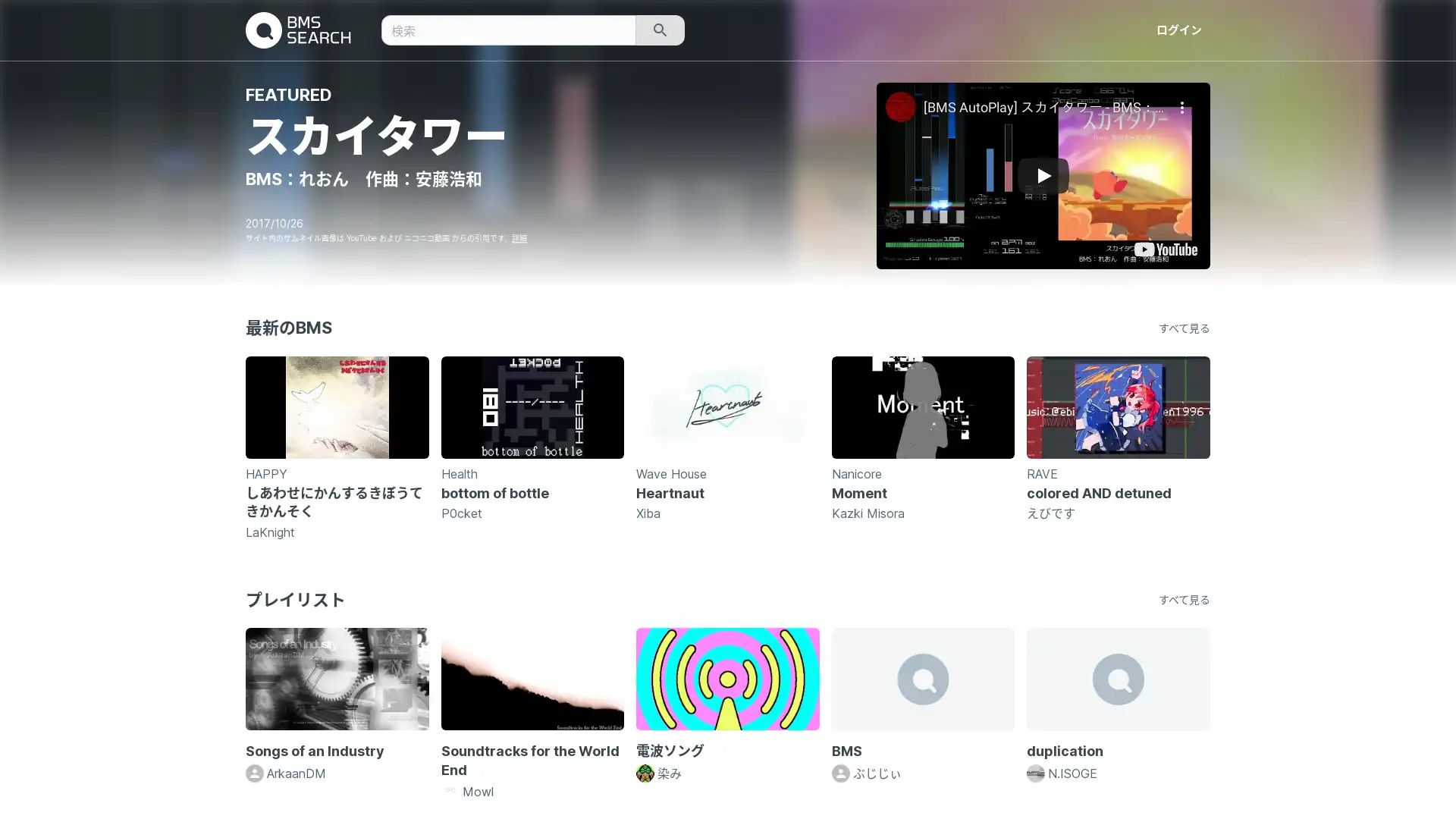 The image size is (1456, 819). I want to click on Health bottom of bottle P0cket, so click(532, 447).